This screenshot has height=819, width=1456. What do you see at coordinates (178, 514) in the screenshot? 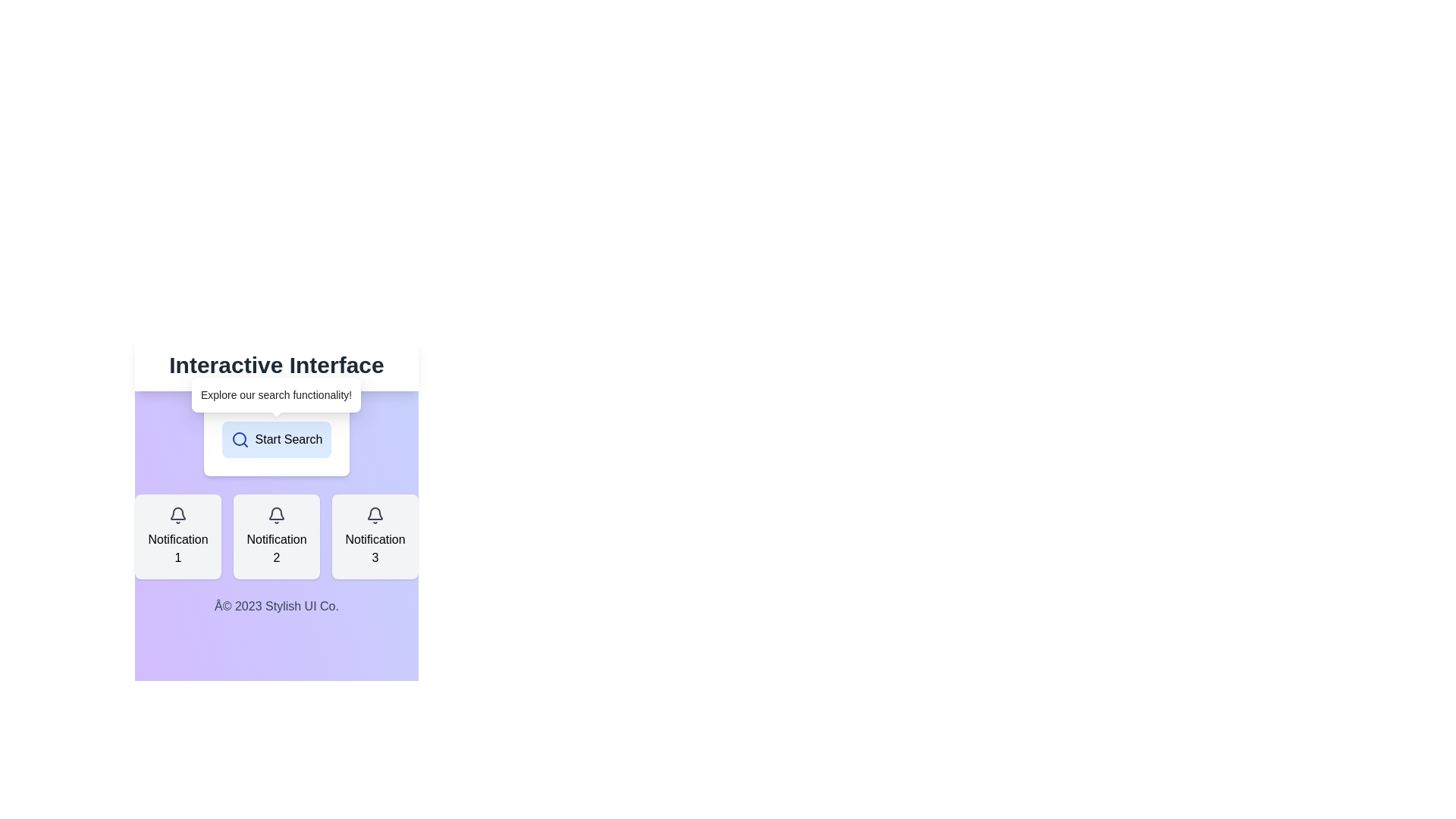
I see `the bell icon located at the top center of the first notification card, which is styled in dark gray and has a minimalist design` at bounding box center [178, 514].